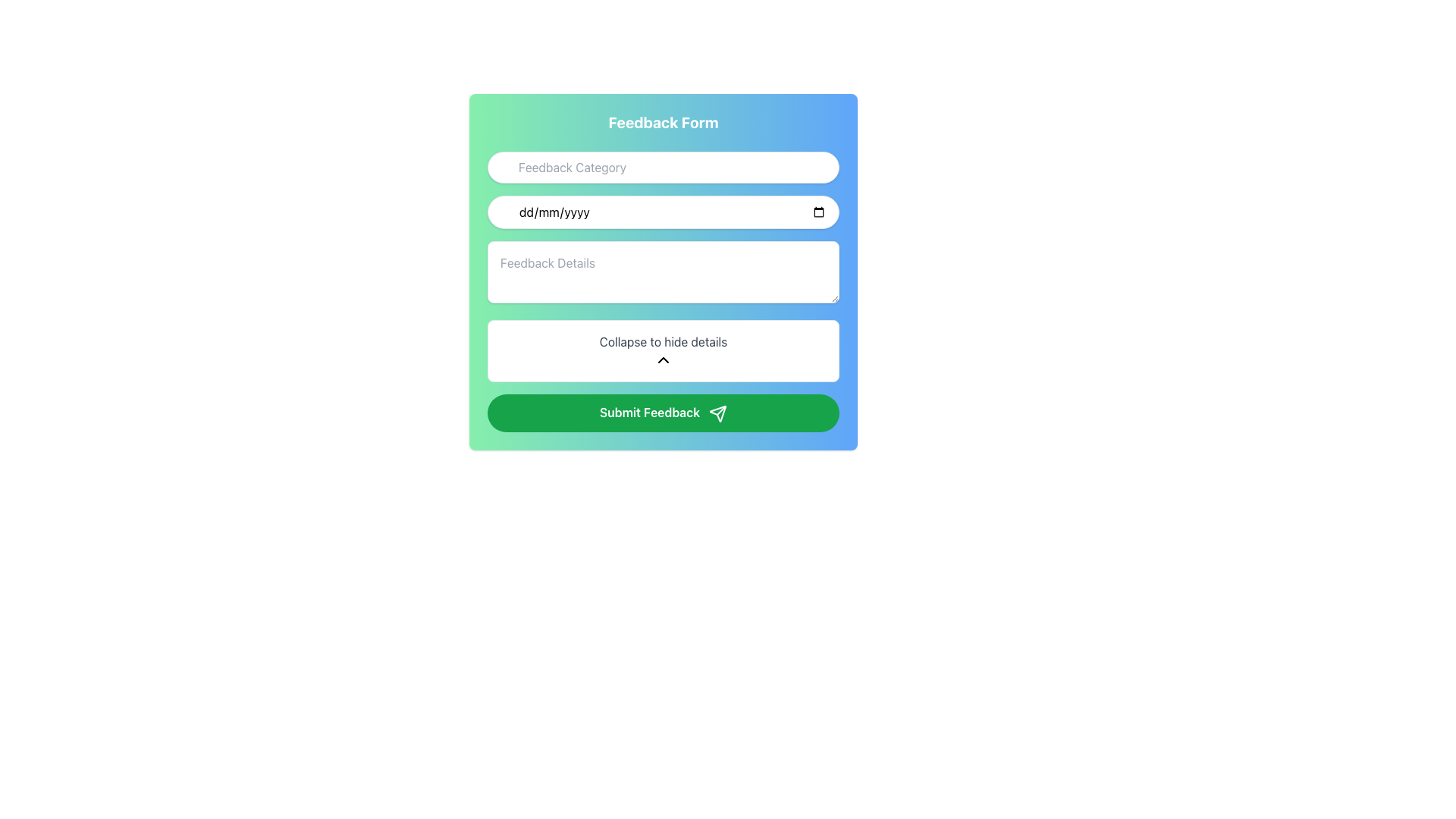  Describe the element at coordinates (663, 412) in the screenshot. I see `the 'Submit Feedback' button, which has a green background, rounded edges, and white text, located at the bottom of the 'Feedback Form' interface` at that location.